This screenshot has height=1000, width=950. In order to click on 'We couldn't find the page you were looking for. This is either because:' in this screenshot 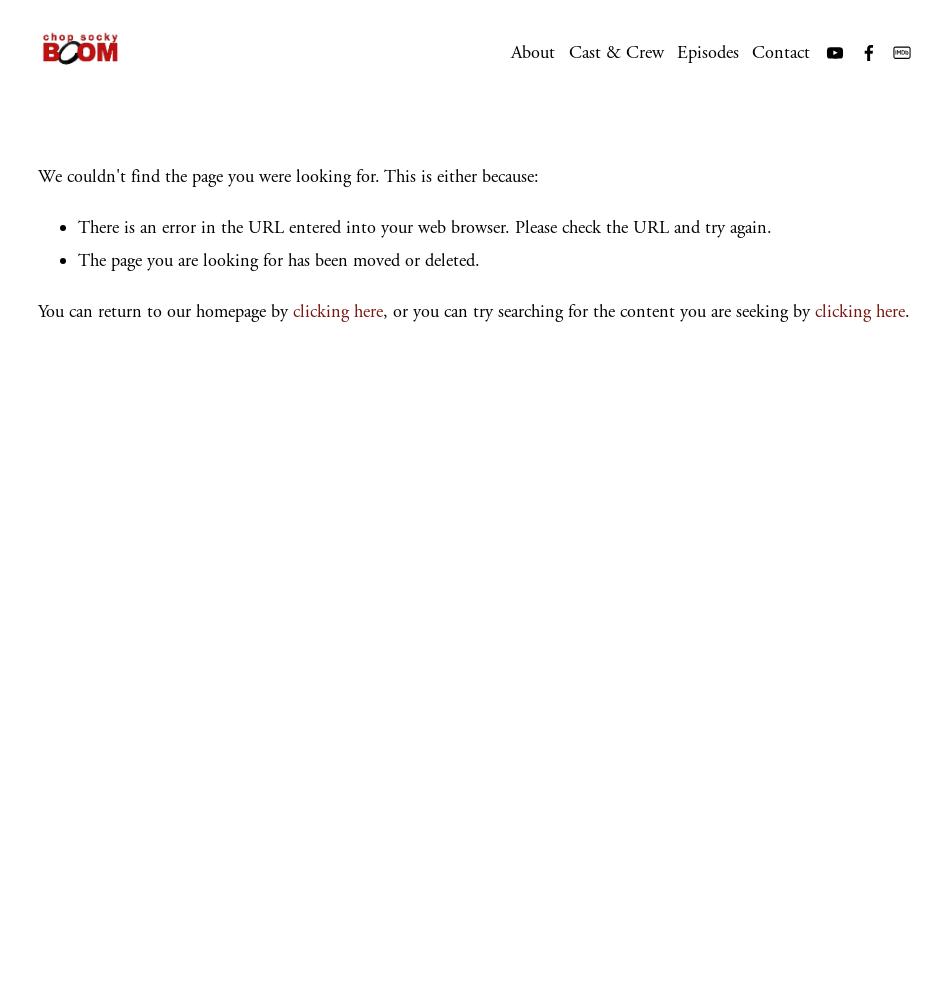, I will do `click(287, 175)`.